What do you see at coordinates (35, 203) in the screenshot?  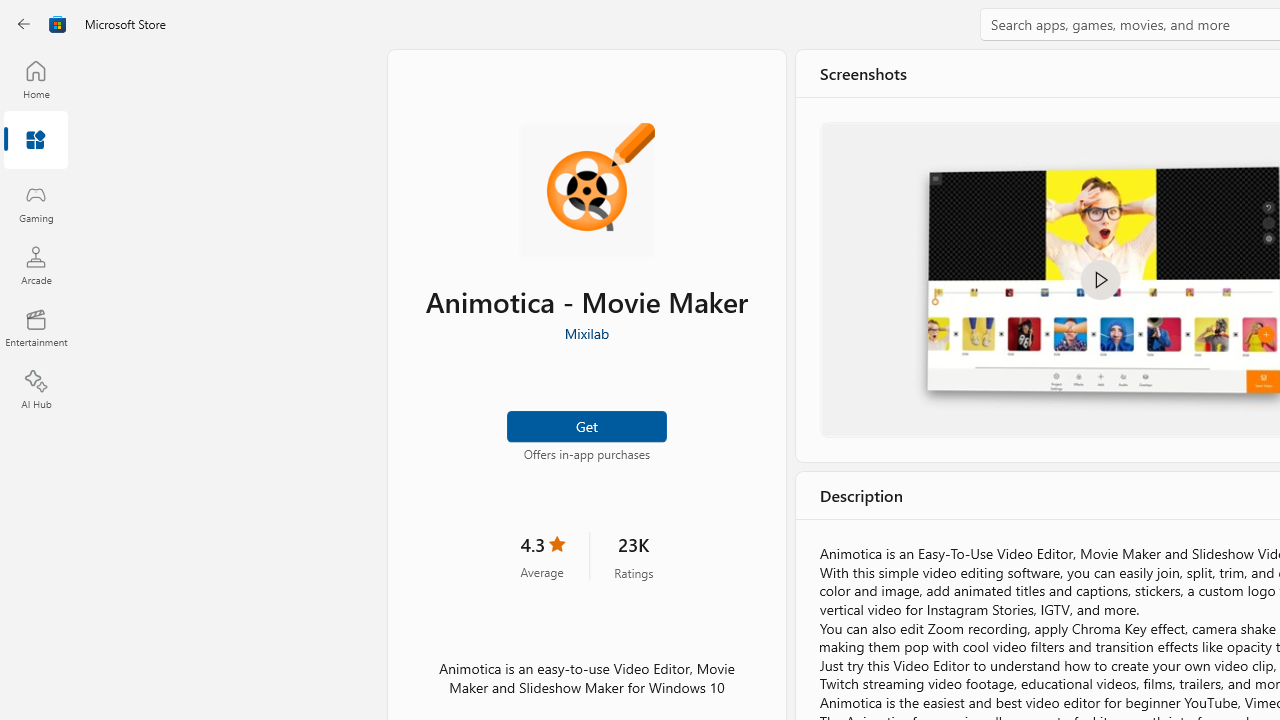 I see `'Gaming'` at bounding box center [35, 203].